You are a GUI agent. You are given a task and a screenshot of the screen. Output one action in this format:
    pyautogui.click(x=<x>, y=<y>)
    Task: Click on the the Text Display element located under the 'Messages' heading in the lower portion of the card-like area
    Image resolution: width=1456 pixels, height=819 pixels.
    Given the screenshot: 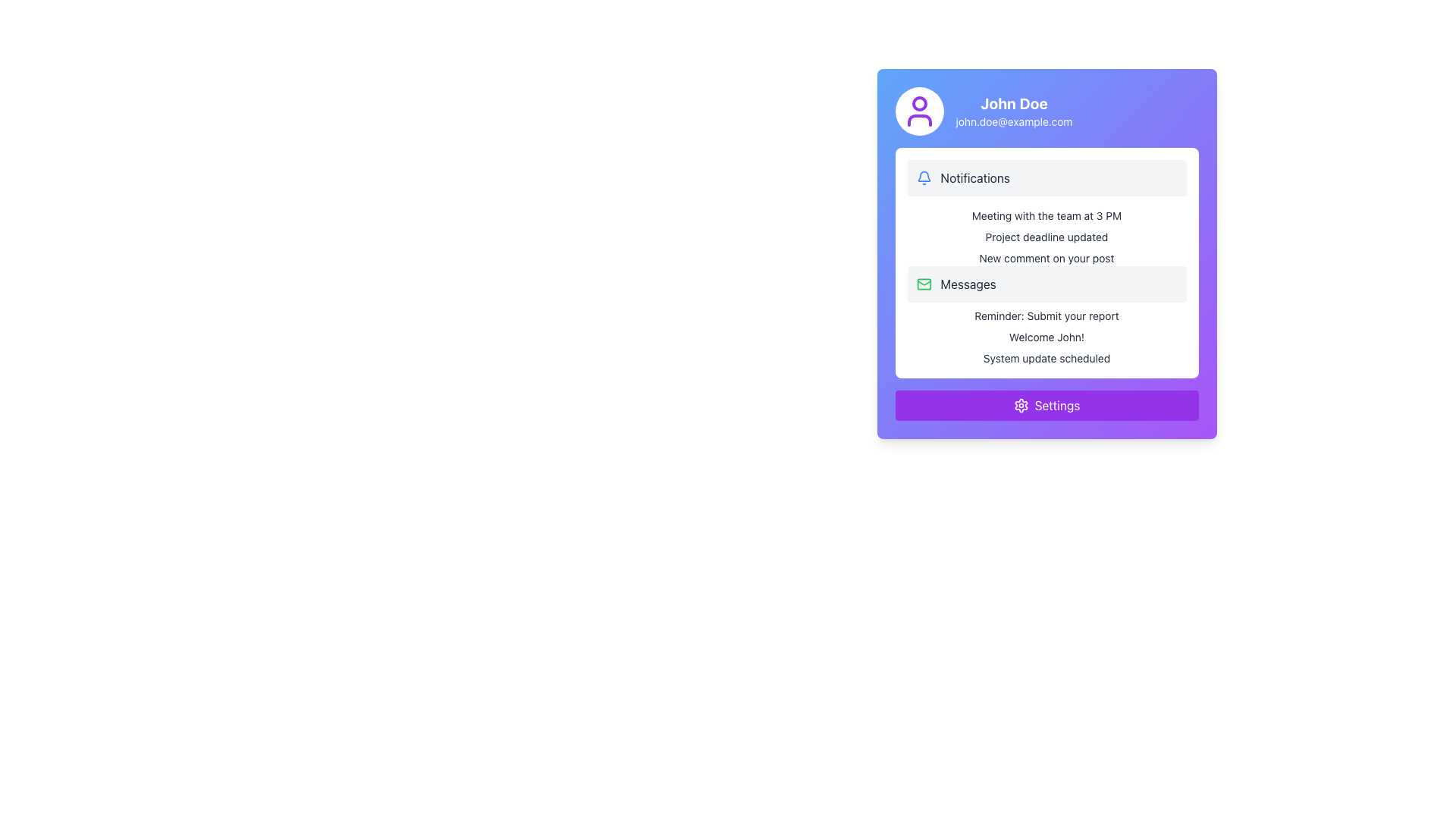 What is the action you would take?
    pyautogui.click(x=1046, y=336)
    